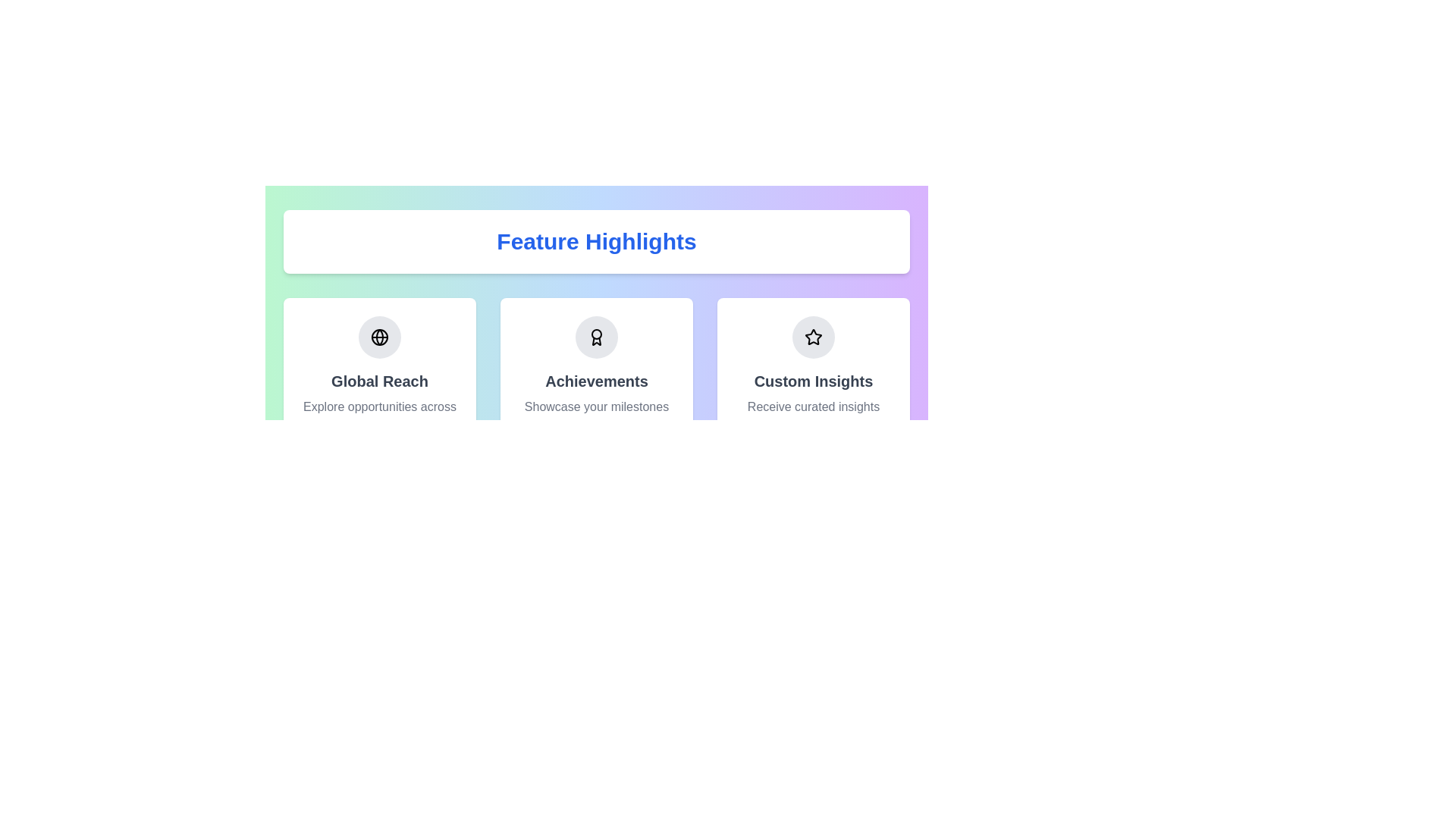 The image size is (1456, 819). What do you see at coordinates (596, 383) in the screenshot?
I see `the feature highlight card positioned in the middle of a three-column layout, located between 'Global Reach' and 'Custom Insights'` at bounding box center [596, 383].